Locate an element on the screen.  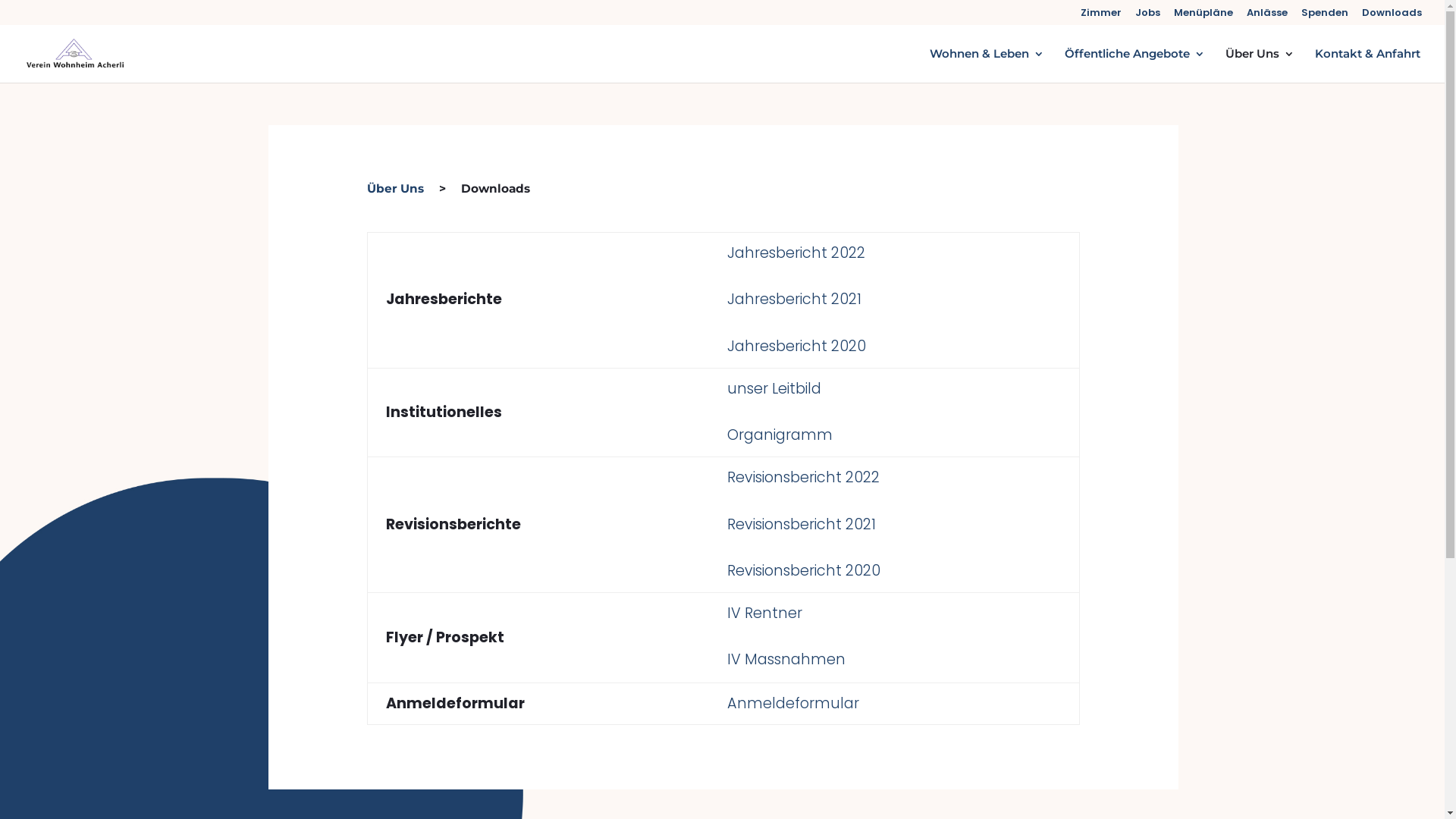
'Organigramm' is located at coordinates (780, 435).